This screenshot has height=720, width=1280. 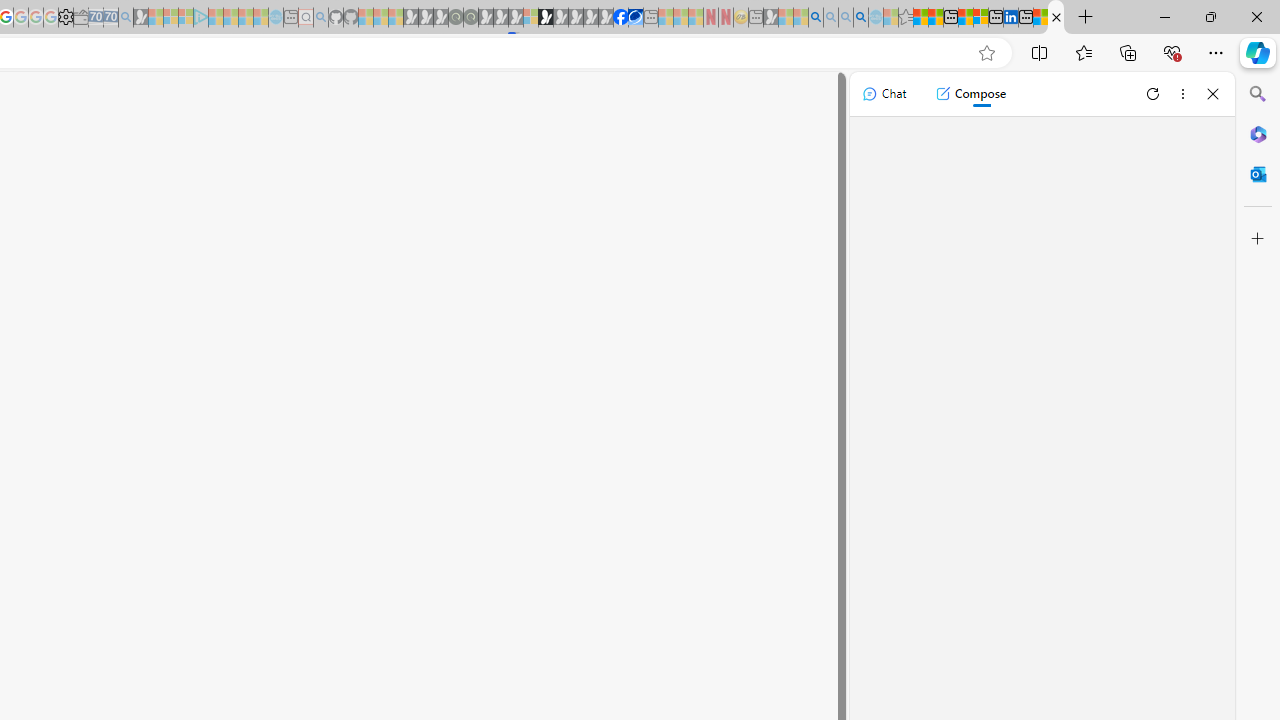 What do you see at coordinates (620, 17) in the screenshot?
I see `'Nordace | Facebook'` at bounding box center [620, 17].